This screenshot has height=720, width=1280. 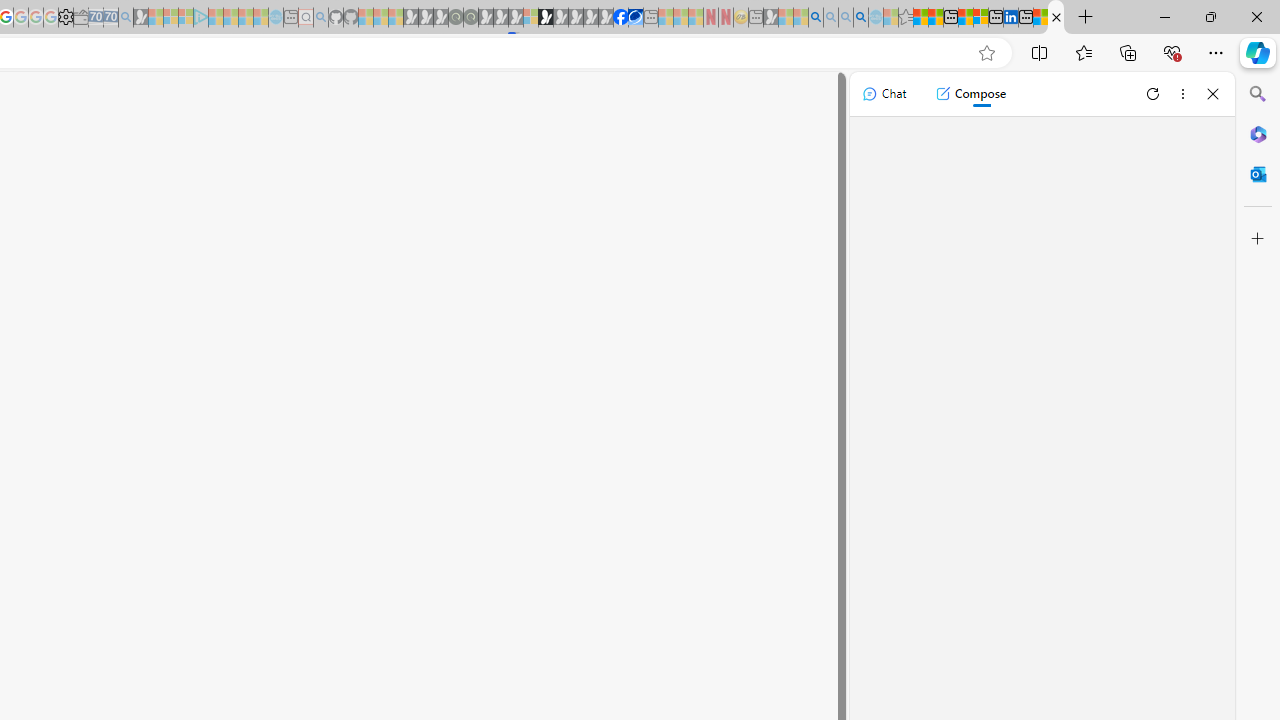 What do you see at coordinates (620, 17) in the screenshot?
I see `'Nordace | Facebook'` at bounding box center [620, 17].